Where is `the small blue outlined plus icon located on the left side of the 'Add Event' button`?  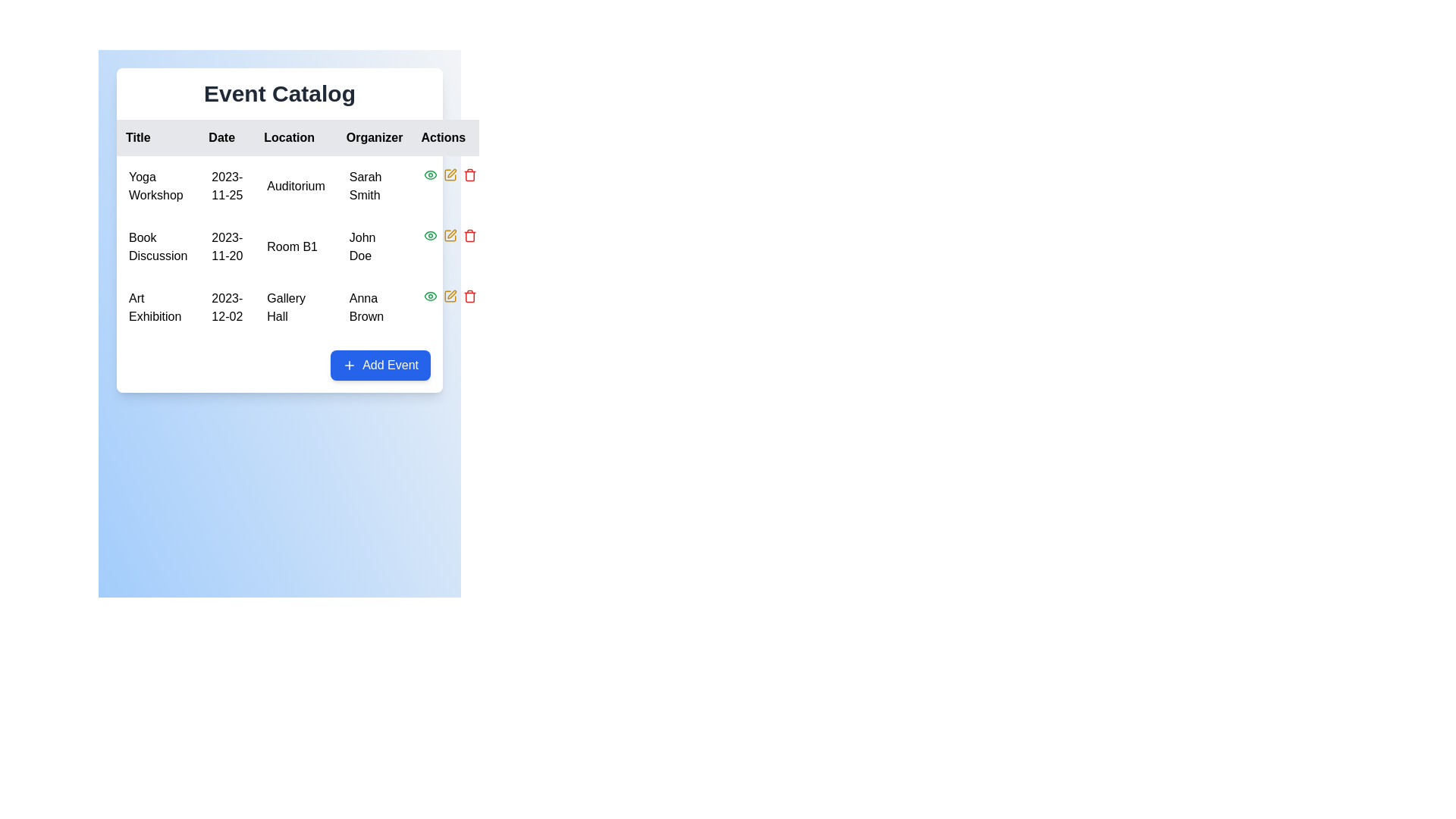
the small blue outlined plus icon located on the left side of the 'Add Event' button is located at coordinates (349, 366).